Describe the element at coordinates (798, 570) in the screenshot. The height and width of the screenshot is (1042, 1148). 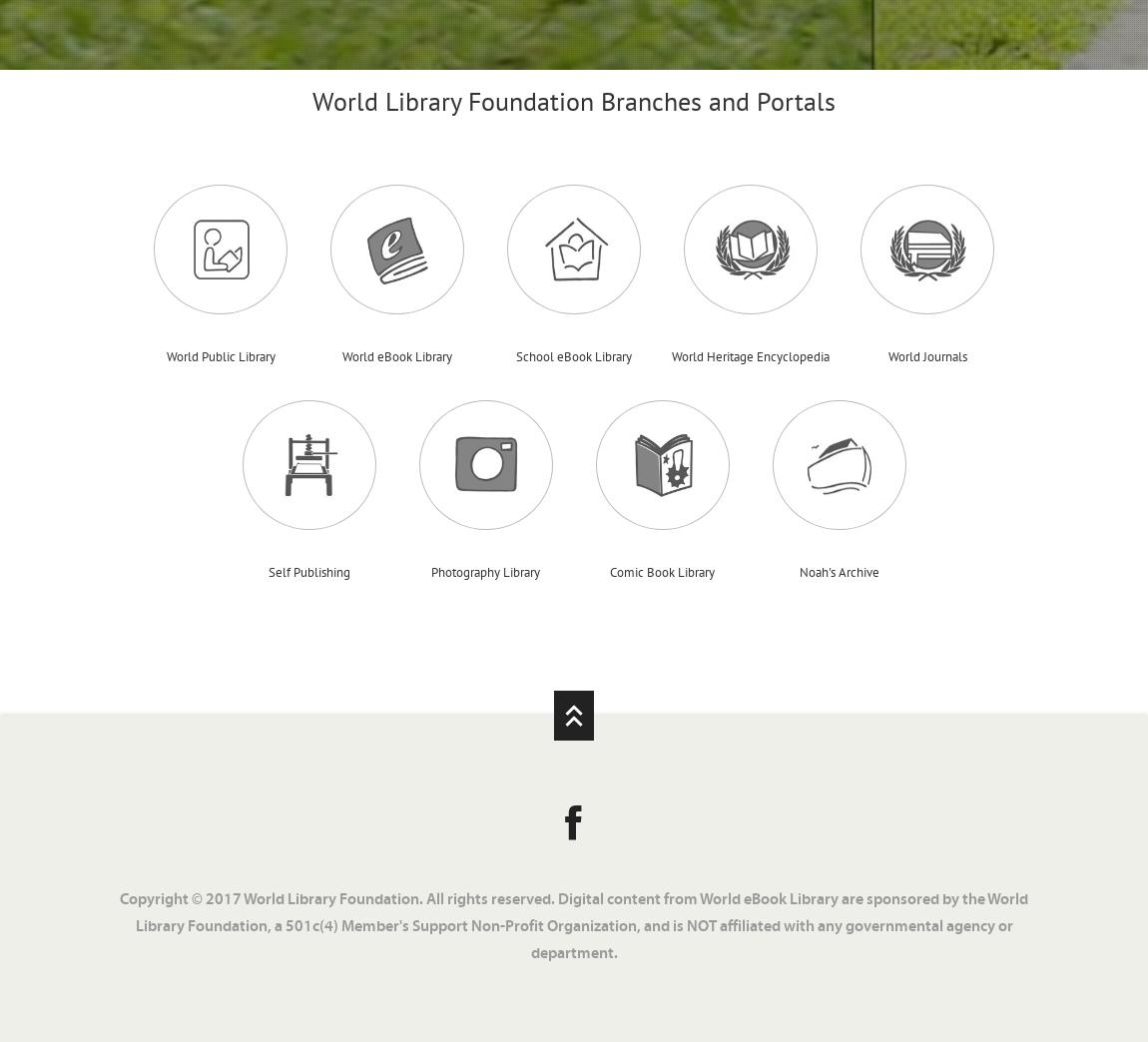
I see `'Noah's Archive'` at that location.